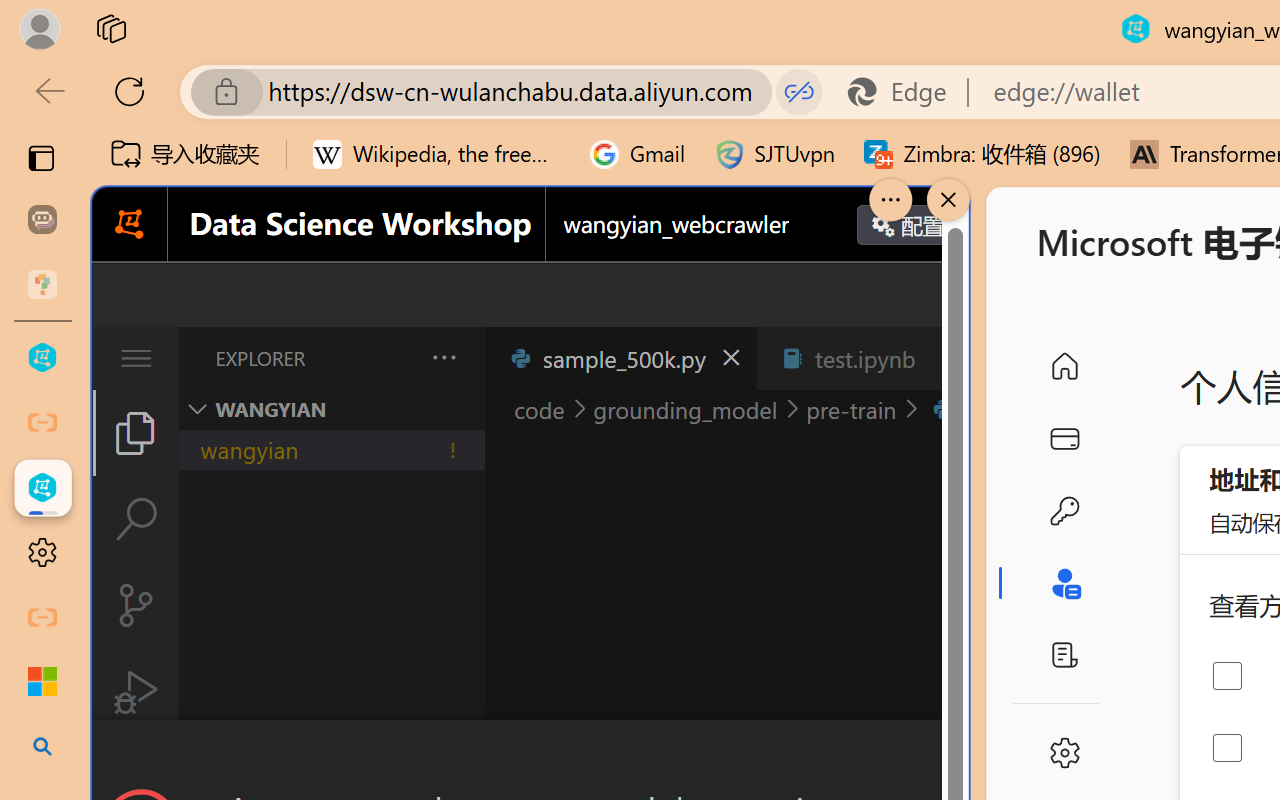 The image size is (1280, 800). What do you see at coordinates (134, 605) in the screenshot?
I see `'Source Control (Ctrl+Shift+G)'` at bounding box center [134, 605].